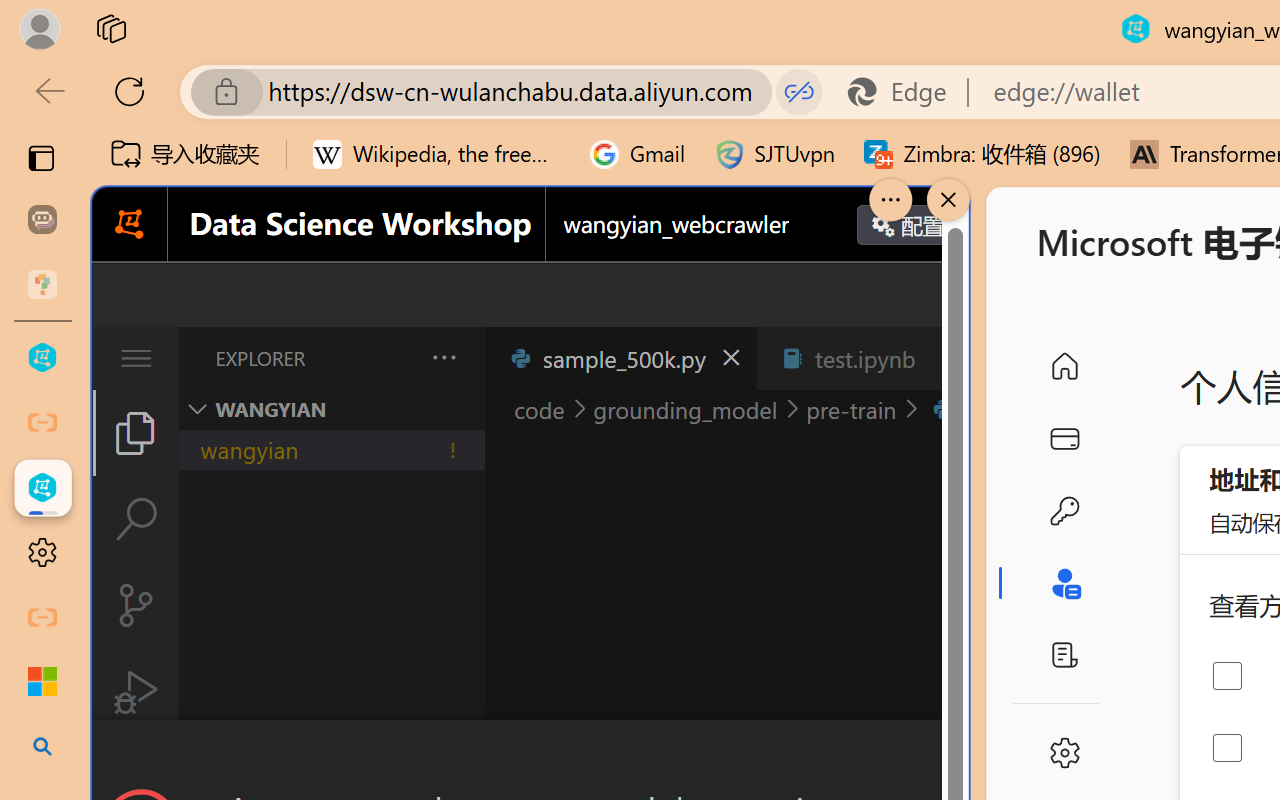 The image size is (1280, 800). What do you see at coordinates (134, 605) in the screenshot?
I see `'Source Control (Ctrl+Shift+G)'` at bounding box center [134, 605].